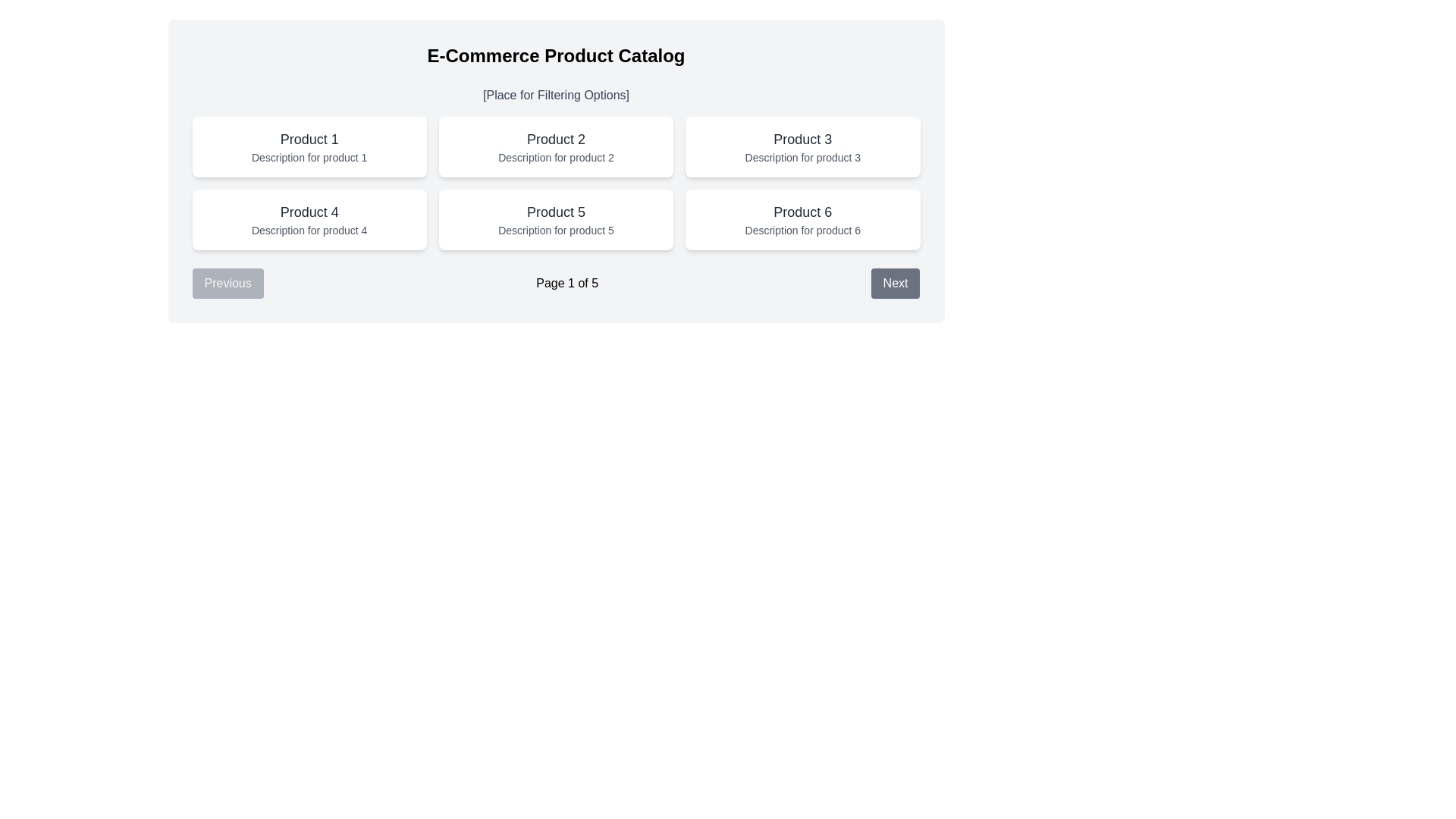  Describe the element at coordinates (309, 231) in the screenshot. I see `the text label containing 'Description for product 4', which is located beneath the 'Product 4' title in the second row of product cards` at that location.